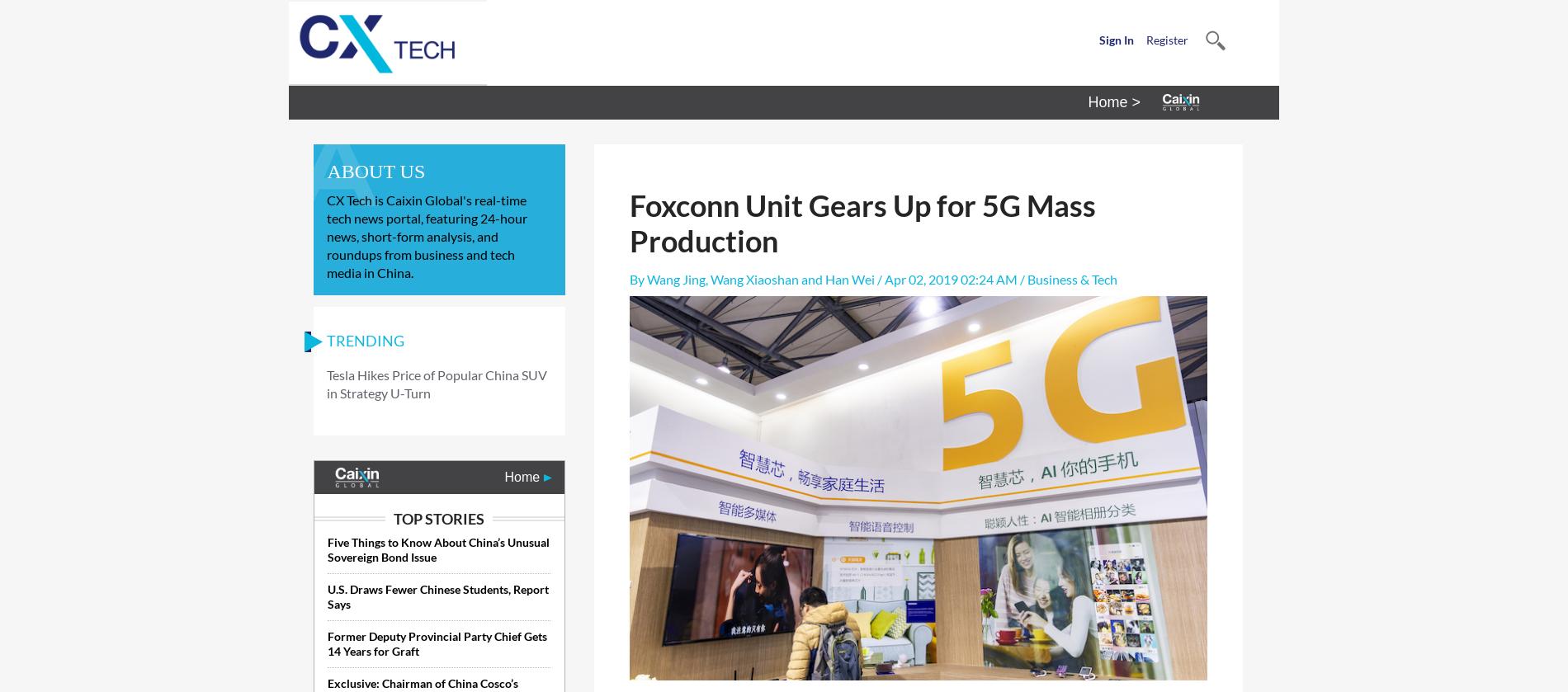  Describe the element at coordinates (325, 171) in the screenshot. I see `'ABOUT US'` at that location.